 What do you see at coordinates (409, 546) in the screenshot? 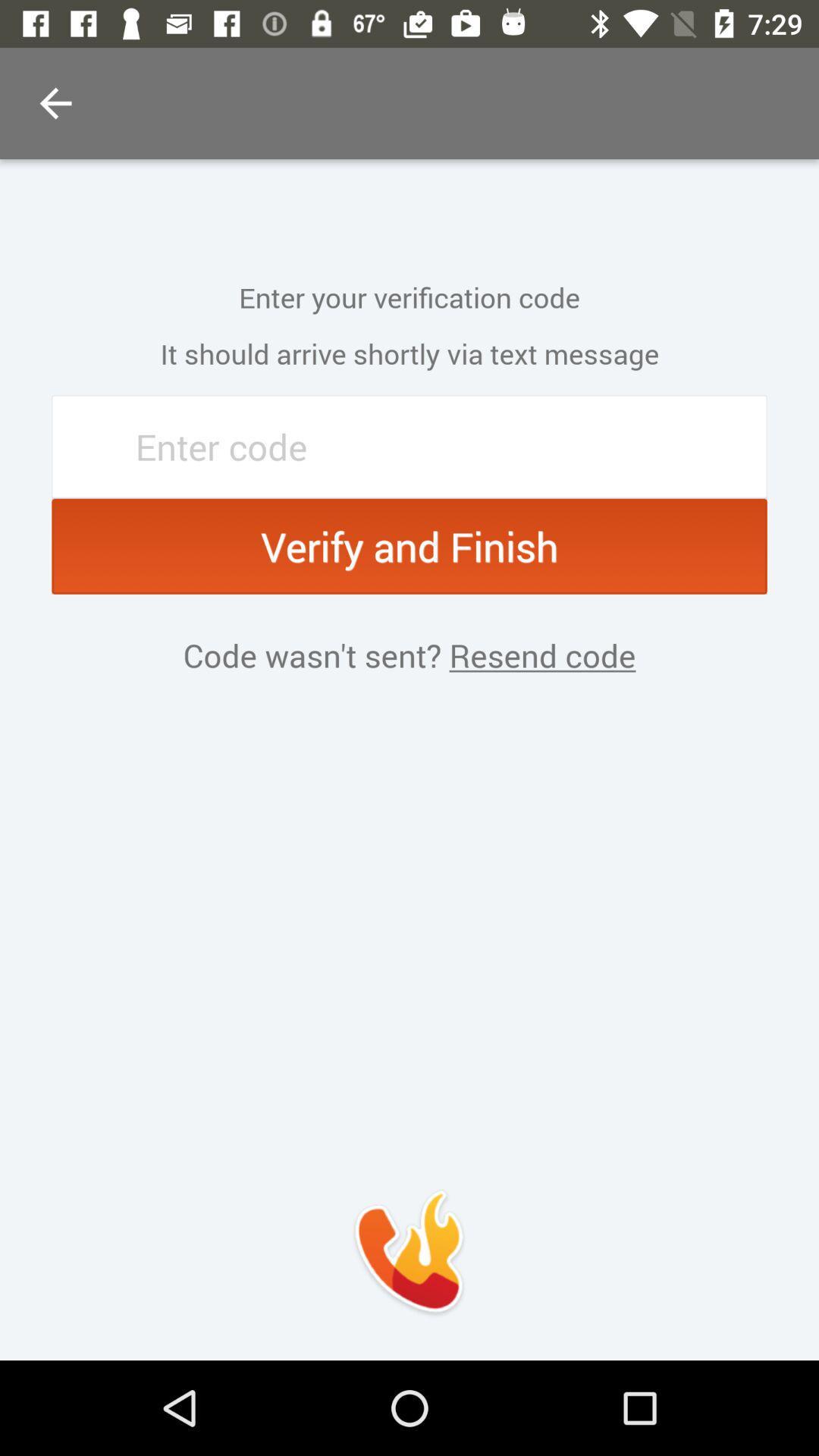
I see `the icon above code wasn t icon` at bounding box center [409, 546].